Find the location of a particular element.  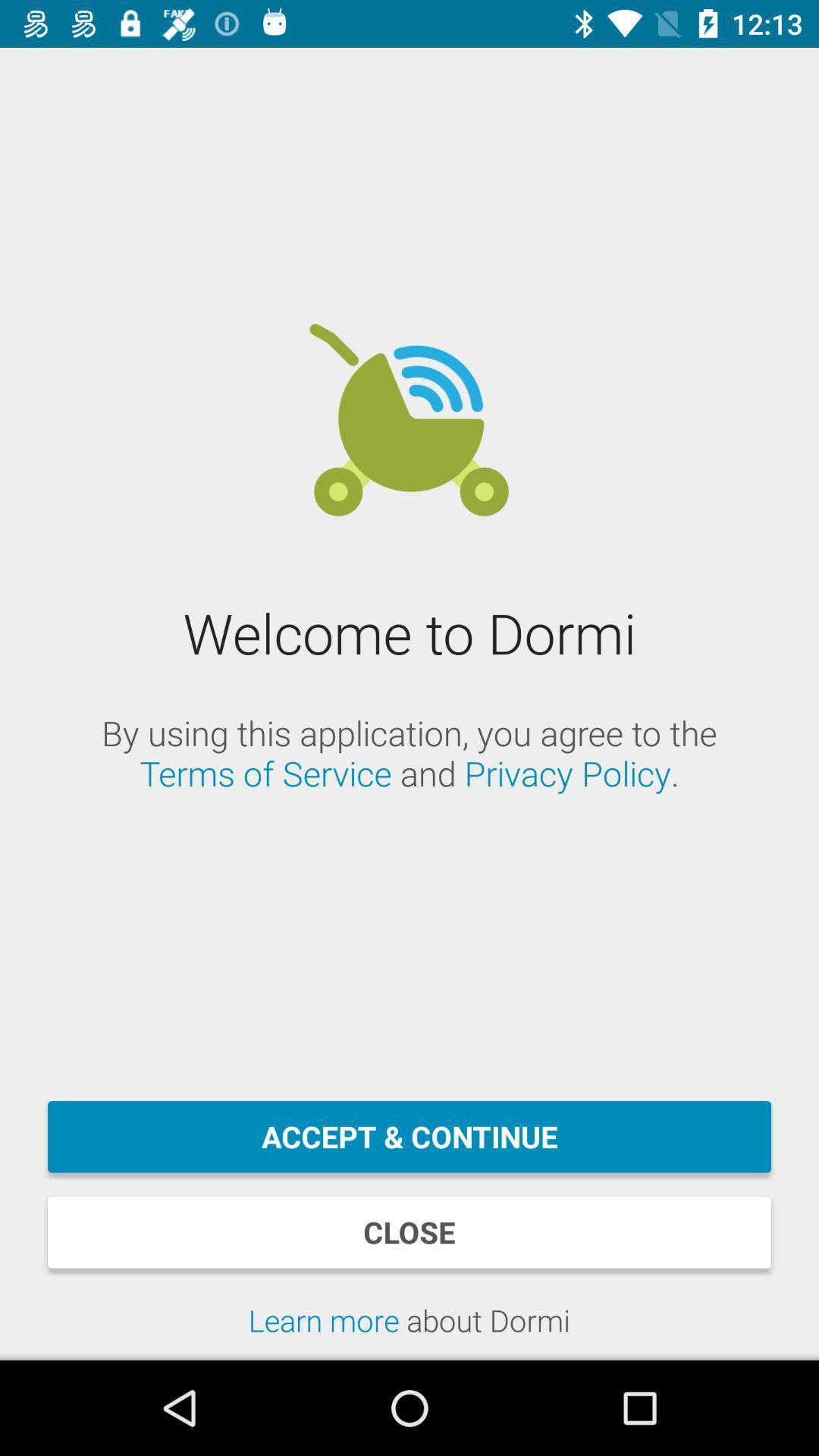

the close is located at coordinates (409, 1232).